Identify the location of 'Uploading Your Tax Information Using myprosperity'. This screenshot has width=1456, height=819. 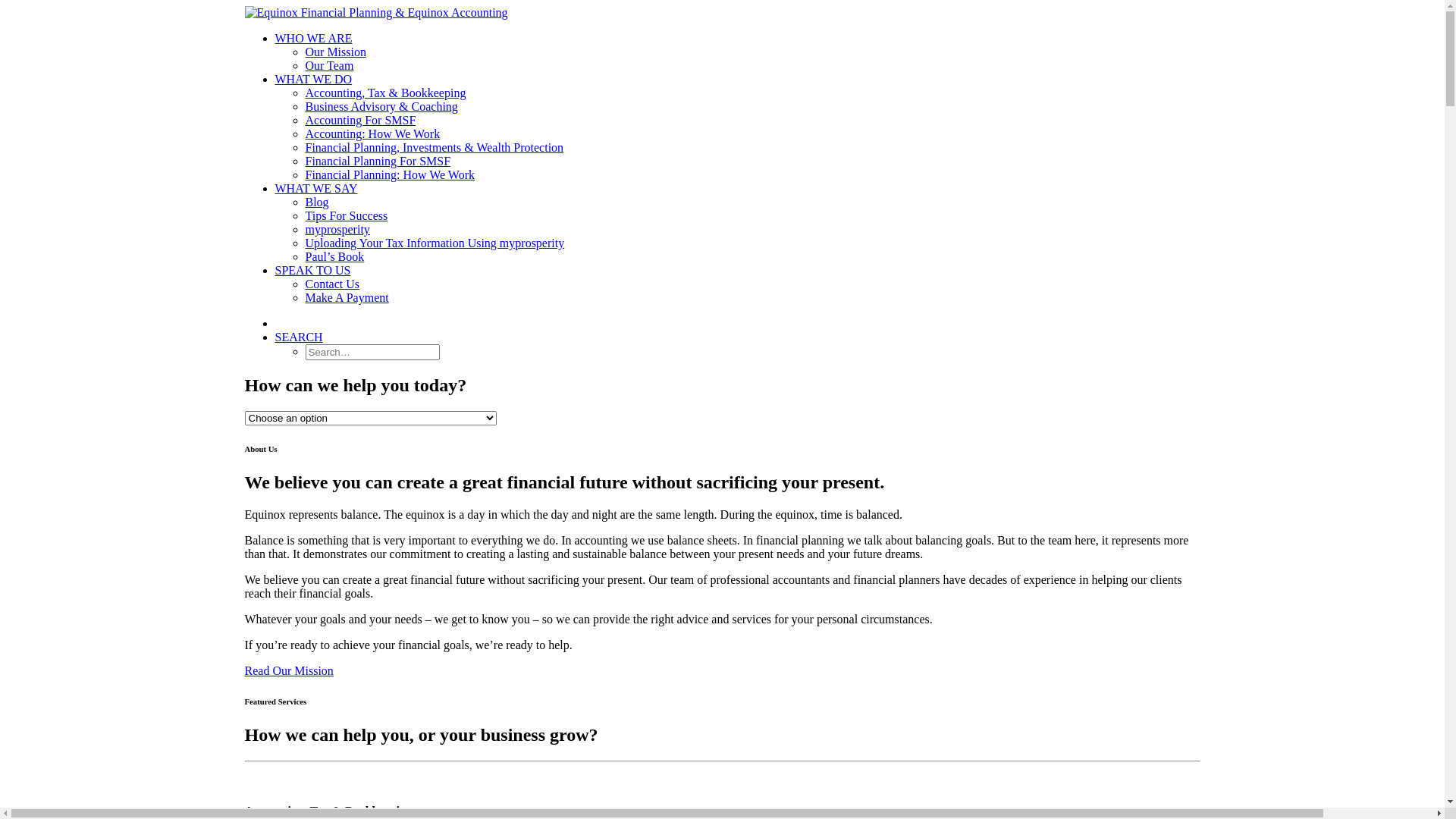
(304, 242).